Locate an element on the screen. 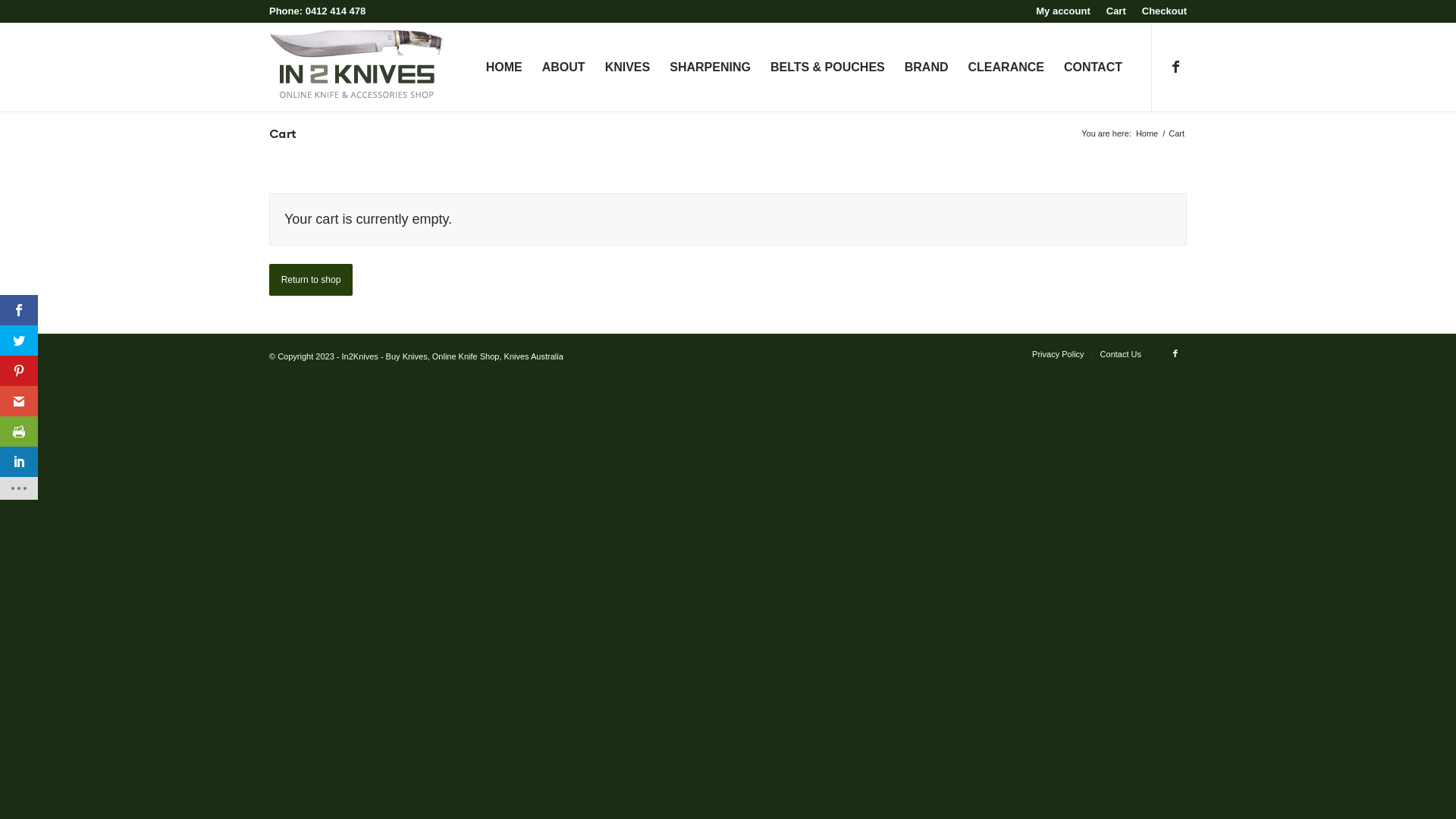  'Checkout' is located at coordinates (1142, 11).